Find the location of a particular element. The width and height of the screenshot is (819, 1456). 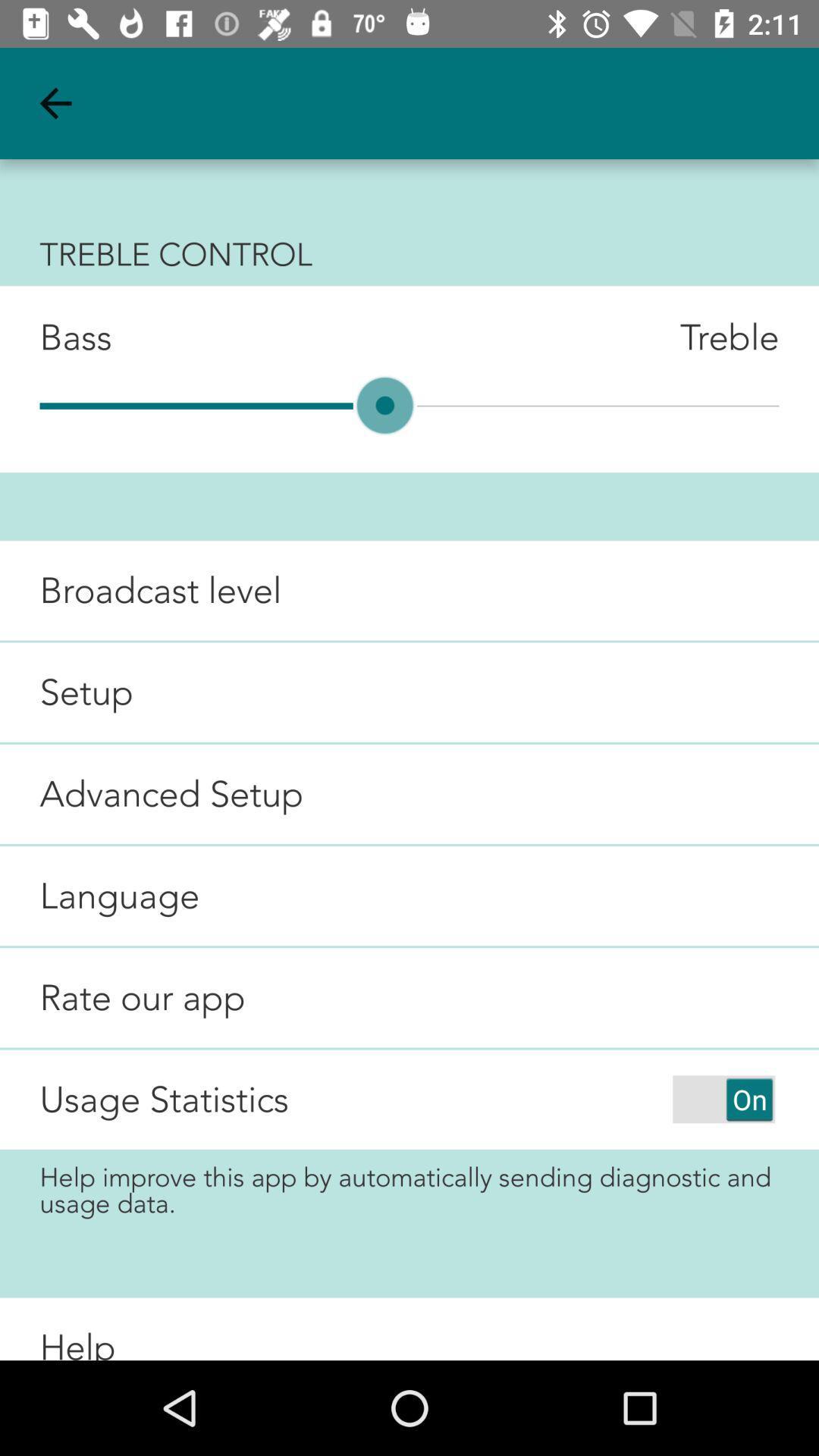

rate our app item is located at coordinates (122, 997).